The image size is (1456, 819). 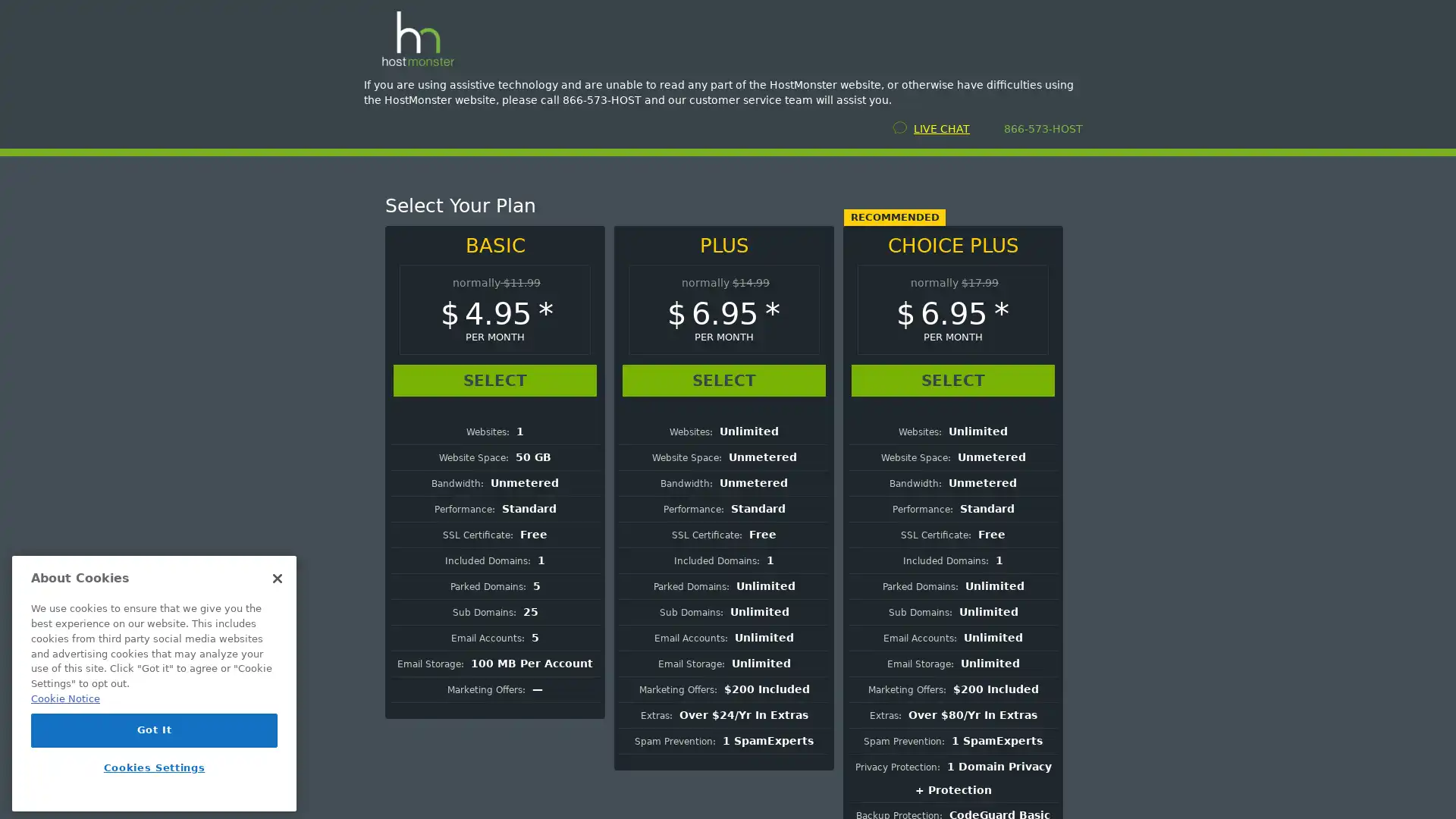 What do you see at coordinates (154, 767) in the screenshot?
I see `Cookies Settings` at bounding box center [154, 767].